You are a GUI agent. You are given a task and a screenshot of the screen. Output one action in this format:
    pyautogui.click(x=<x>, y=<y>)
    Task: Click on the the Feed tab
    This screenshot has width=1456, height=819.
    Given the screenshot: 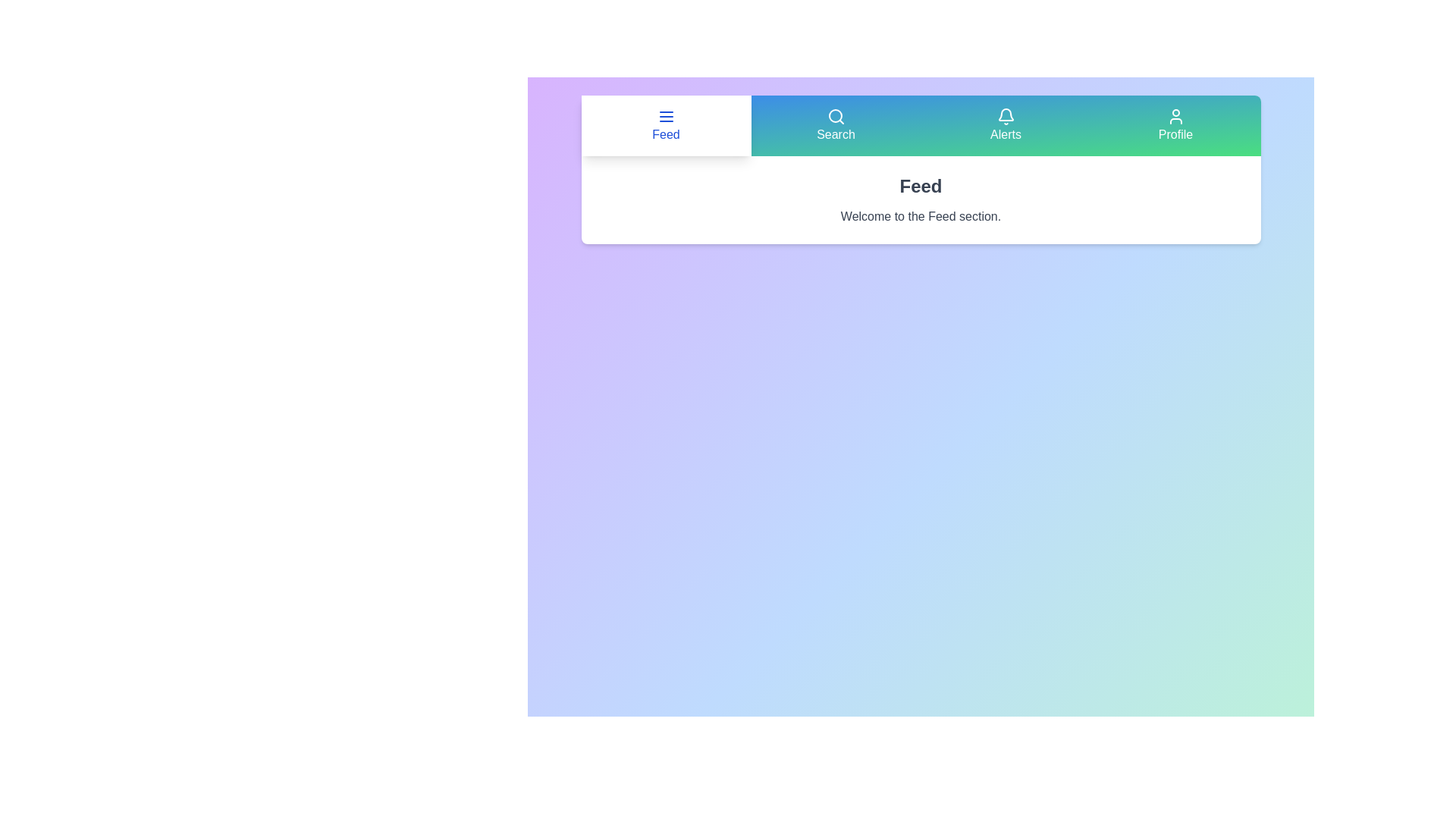 What is the action you would take?
    pyautogui.click(x=666, y=124)
    